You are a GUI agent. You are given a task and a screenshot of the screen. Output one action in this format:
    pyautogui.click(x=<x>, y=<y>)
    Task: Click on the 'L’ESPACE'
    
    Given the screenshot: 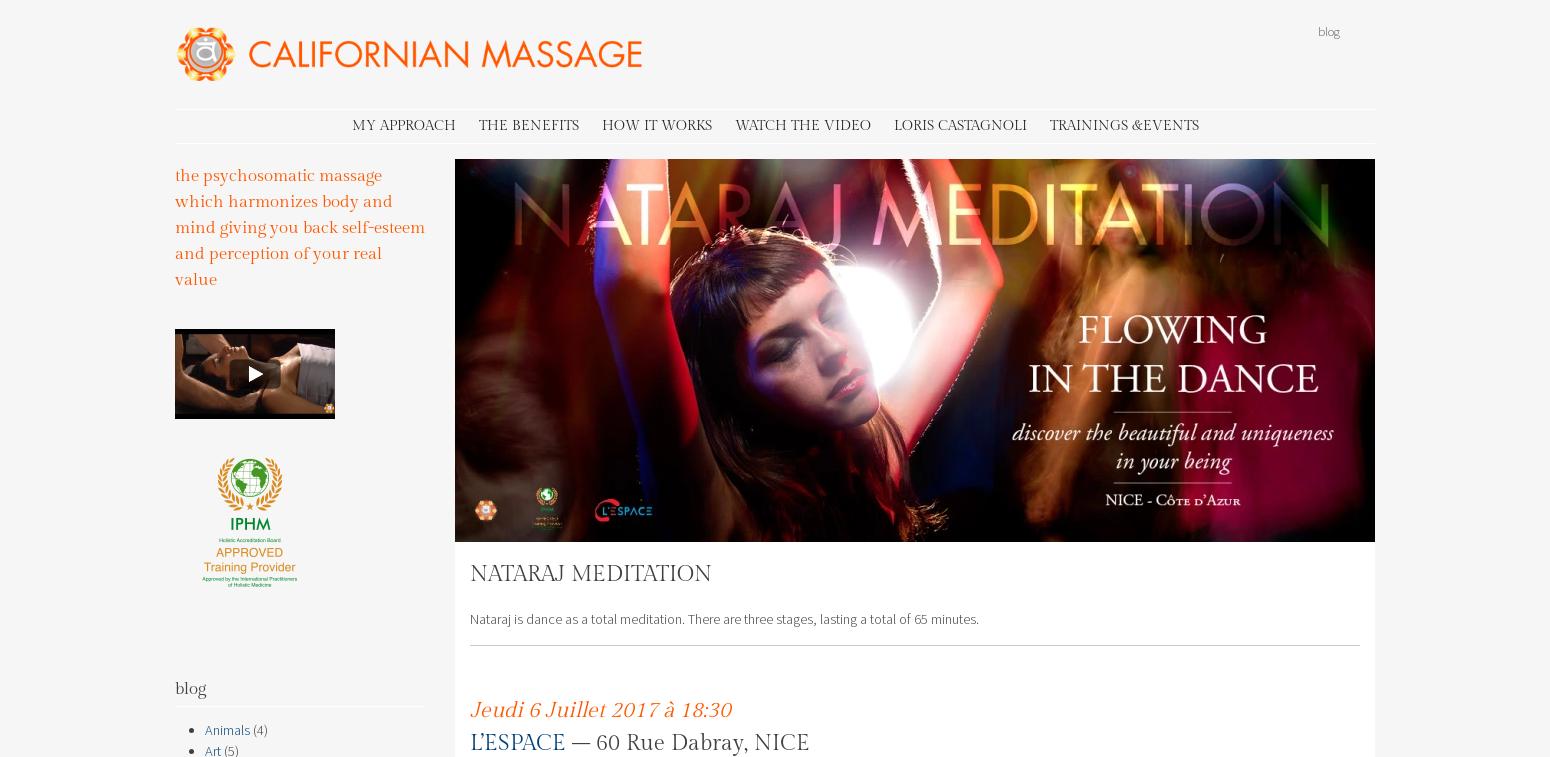 What is the action you would take?
    pyautogui.click(x=517, y=742)
    